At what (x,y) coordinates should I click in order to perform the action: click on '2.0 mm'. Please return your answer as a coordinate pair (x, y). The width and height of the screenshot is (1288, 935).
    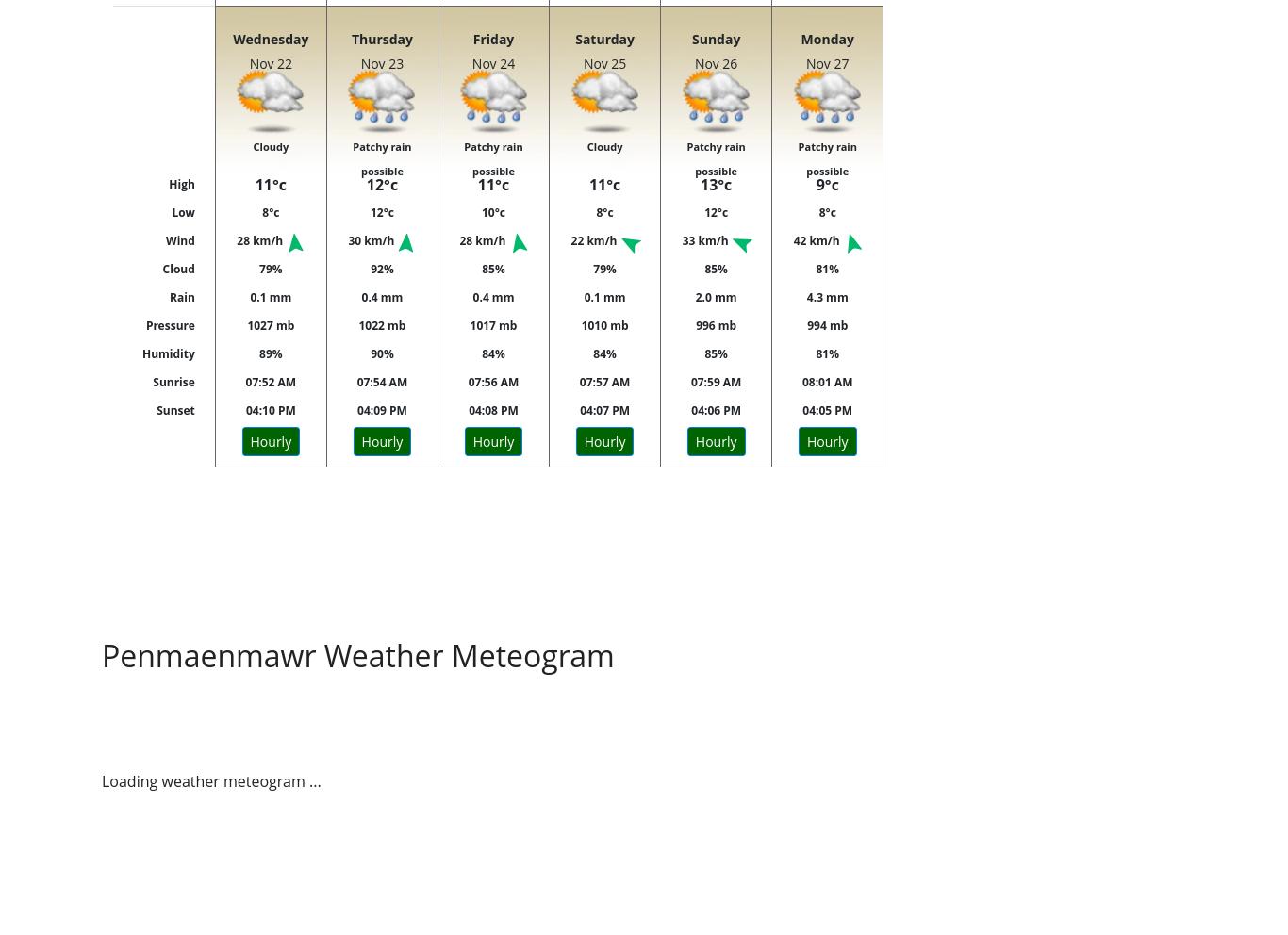
    Looking at the image, I should click on (694, 297).